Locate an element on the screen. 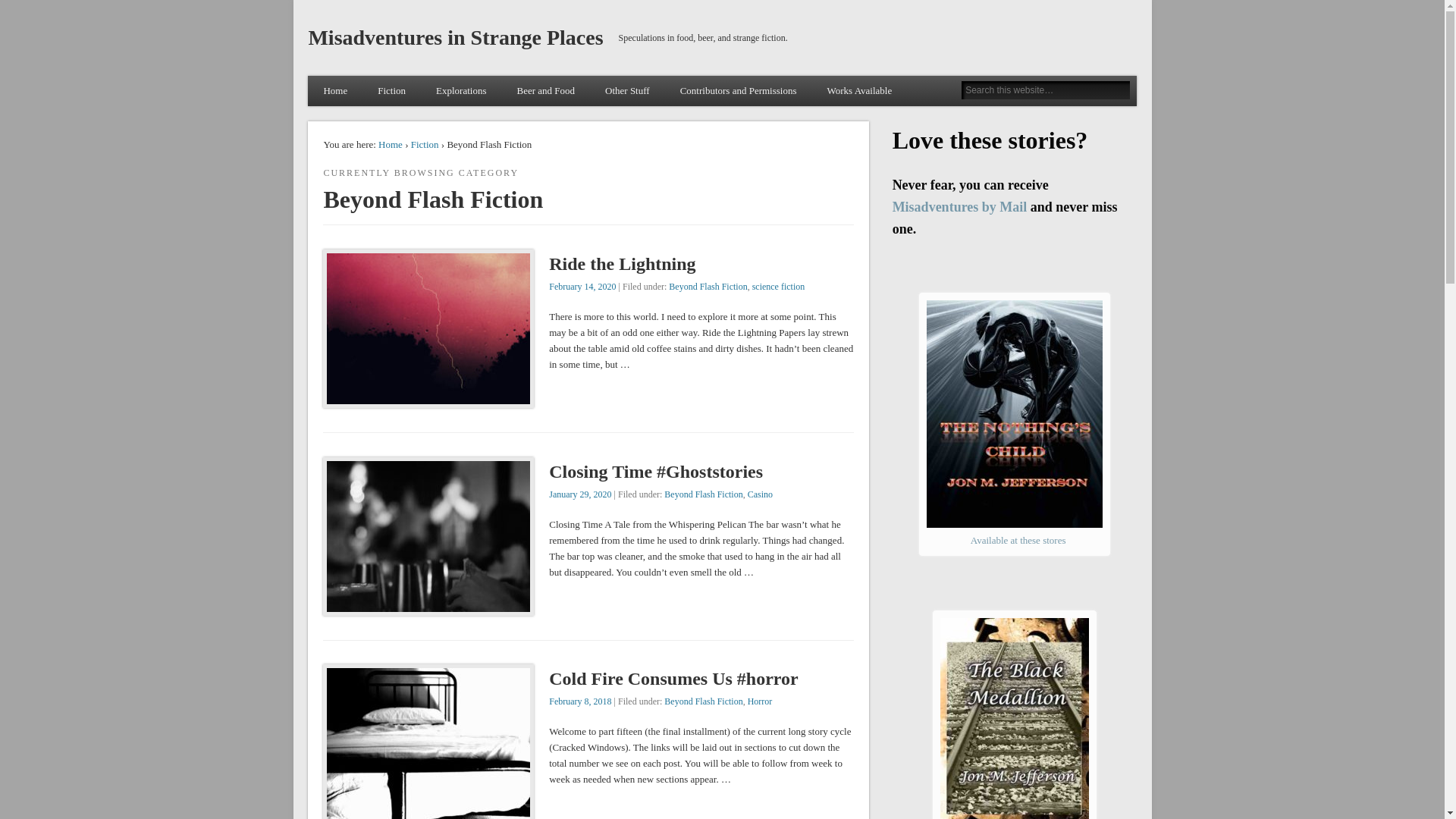 The image size is (1456, 819). 'Horror' is located at coordinates (760, 701).